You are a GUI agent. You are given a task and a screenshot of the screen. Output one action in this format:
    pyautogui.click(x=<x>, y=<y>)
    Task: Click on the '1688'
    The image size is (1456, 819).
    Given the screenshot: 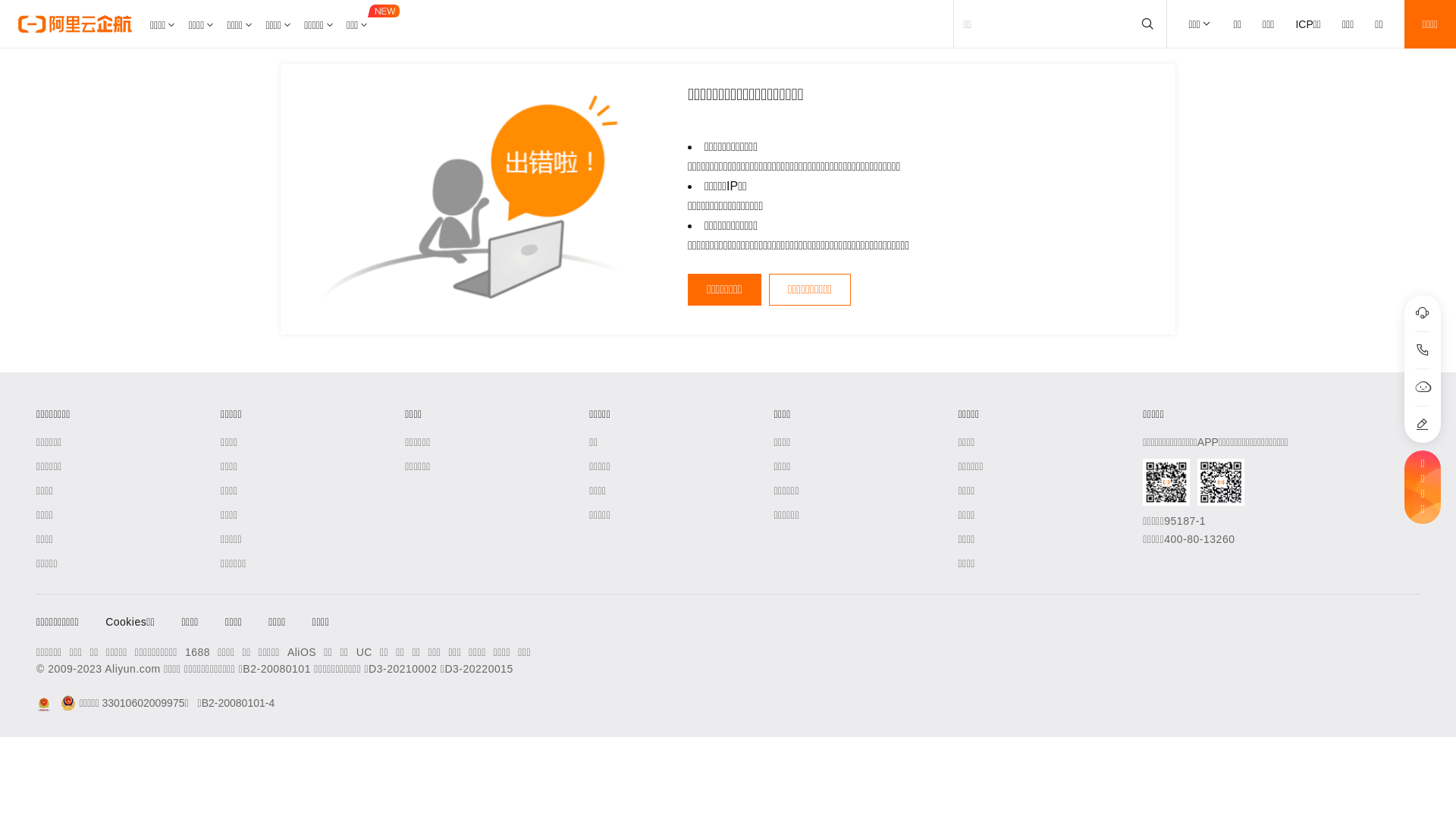 What is the action you would take?
    pyautogui.click(x=196, y=651)
    